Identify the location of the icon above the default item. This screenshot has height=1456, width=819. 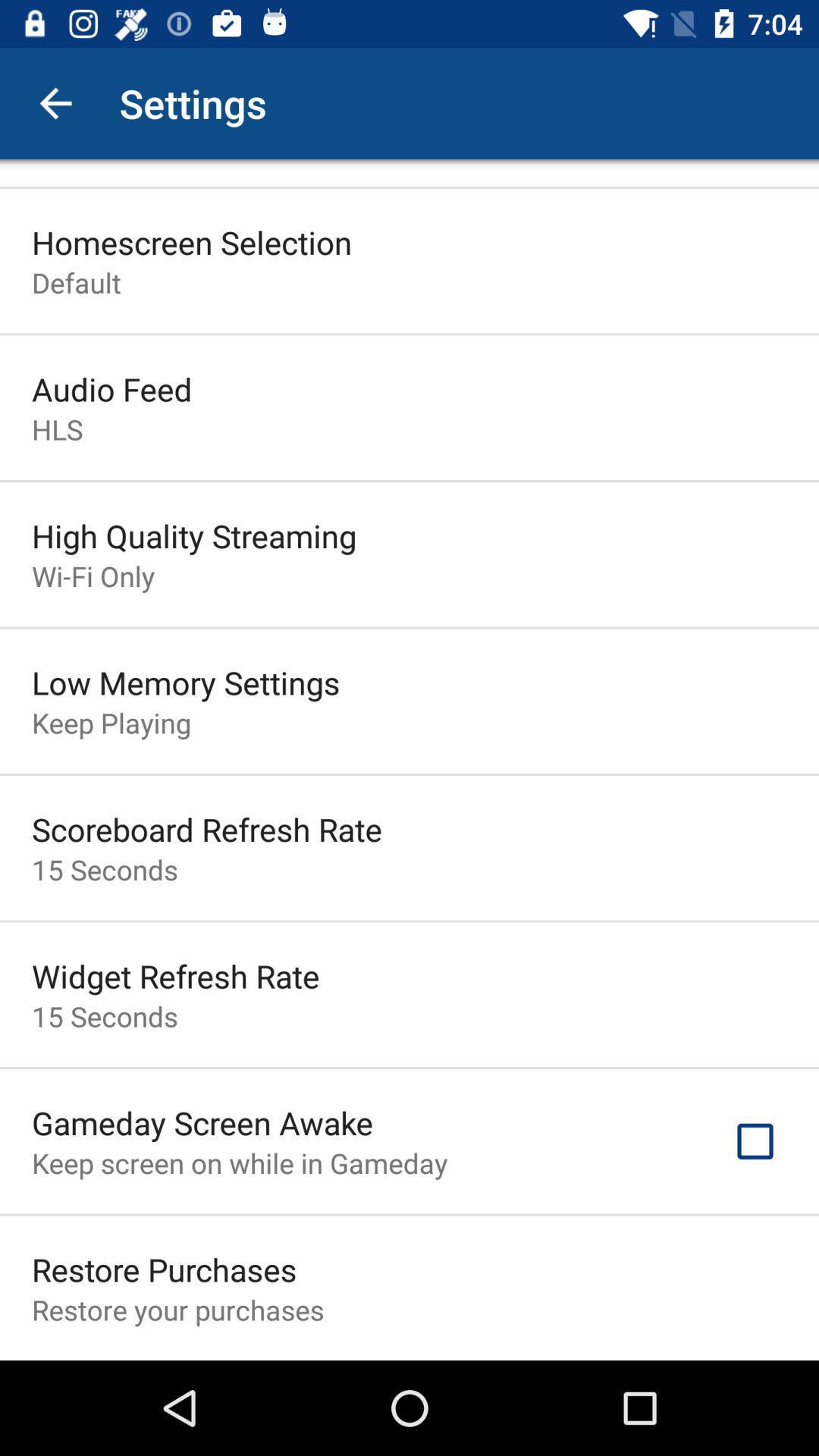
(191, 241).